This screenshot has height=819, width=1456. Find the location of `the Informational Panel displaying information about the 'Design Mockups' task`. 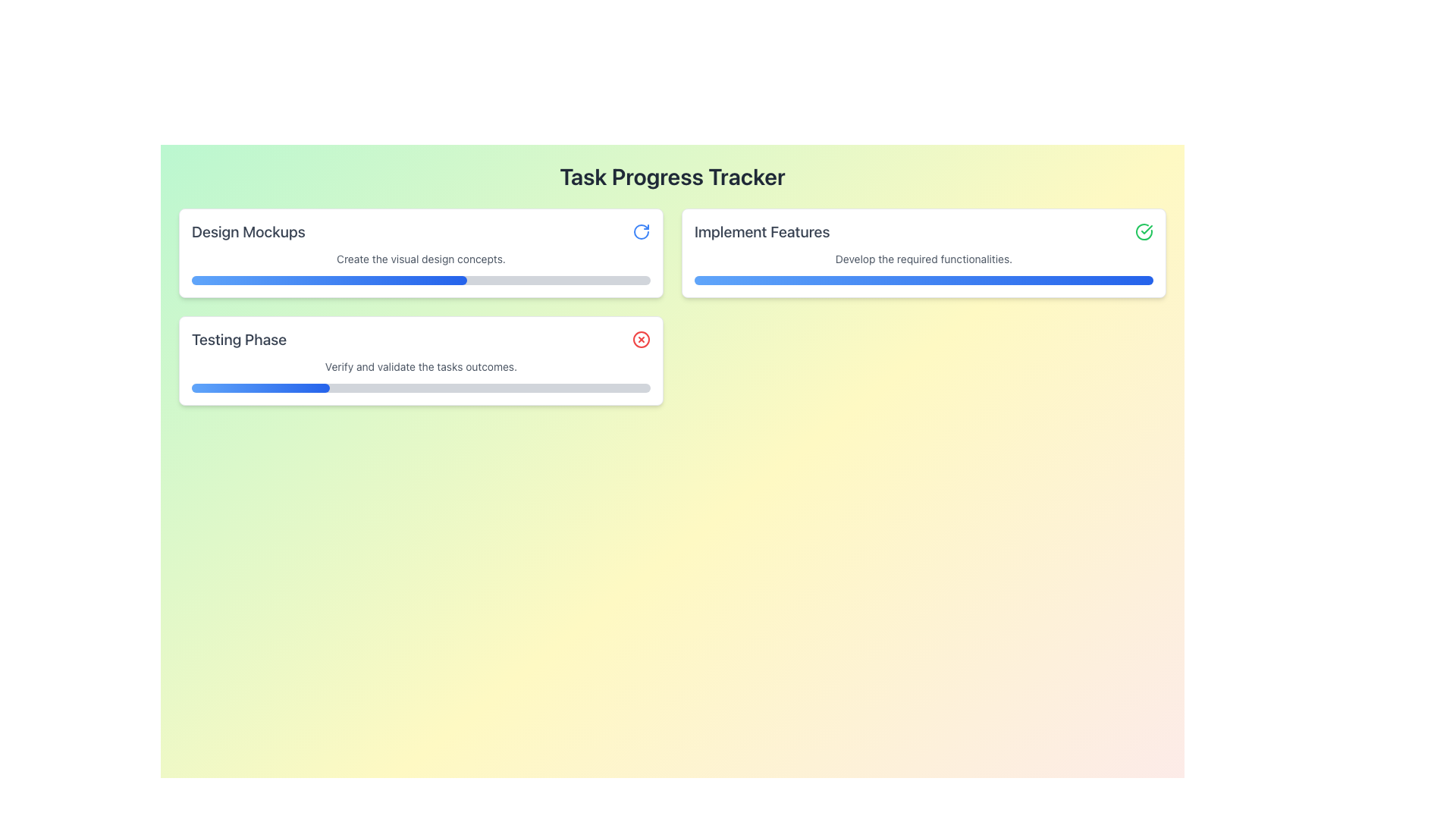

the Informational Panel displaying information about the 'Design Mockups' task is located at coordinates (421, 253).